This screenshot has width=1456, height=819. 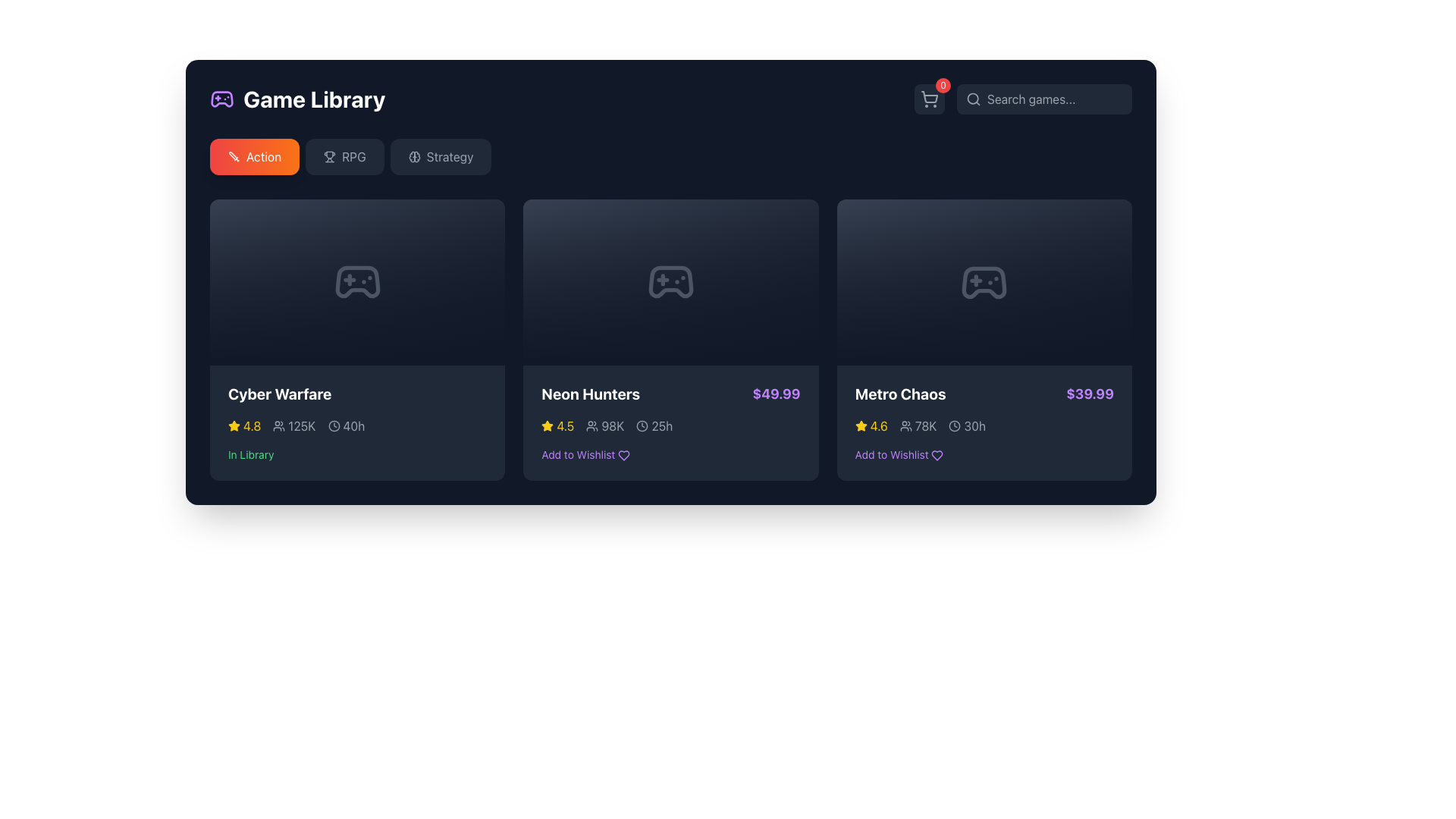 I want to click on the 'Add to Wishlist' icon for the game 'Neon Hunters', which is located at the bottom of the card in the second column, to the left of the 'Add to Wishlist' text, so click(x=624, y=455).